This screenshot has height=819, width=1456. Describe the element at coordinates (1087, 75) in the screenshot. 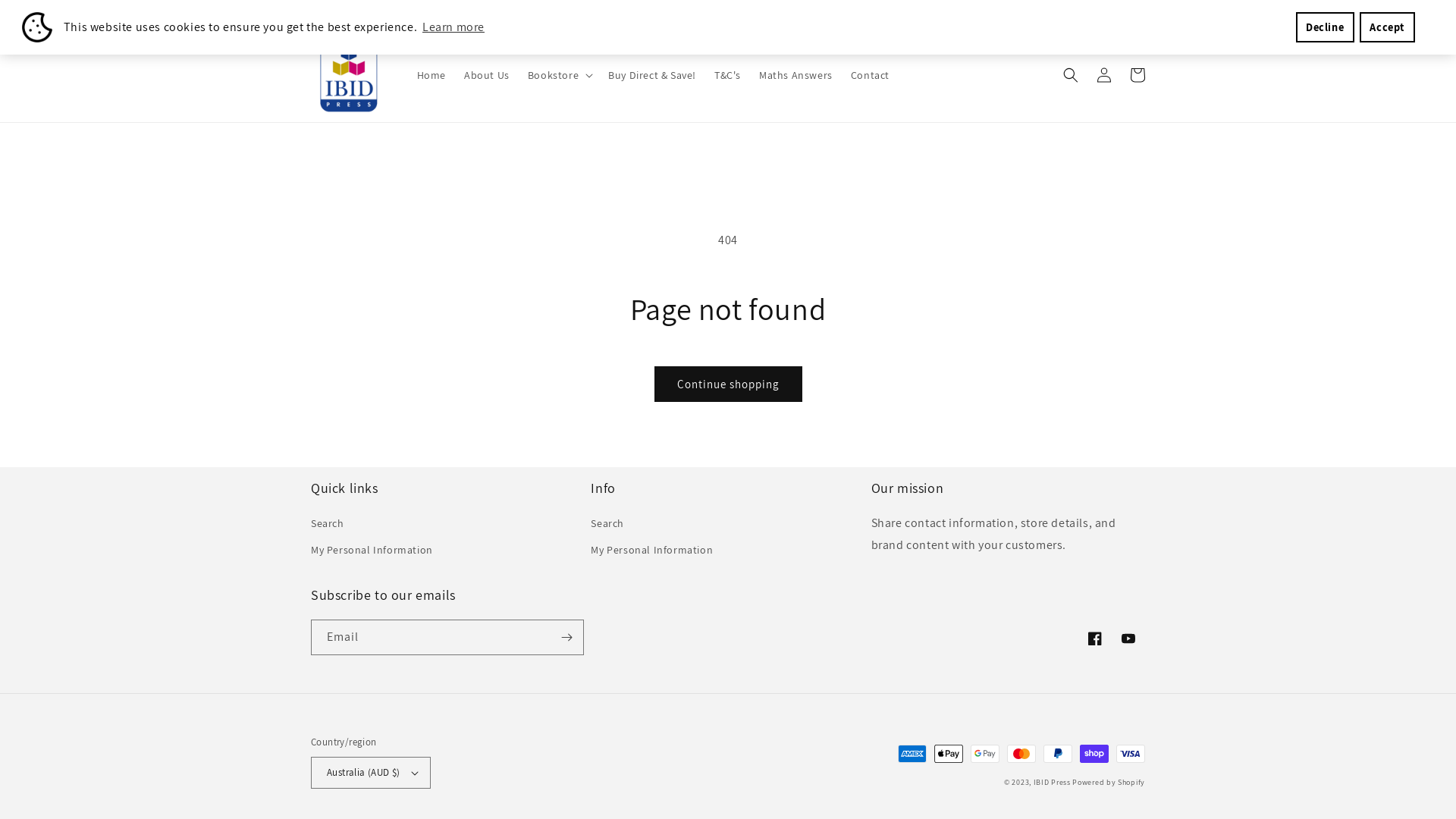

I see `'Log in'` at that location.